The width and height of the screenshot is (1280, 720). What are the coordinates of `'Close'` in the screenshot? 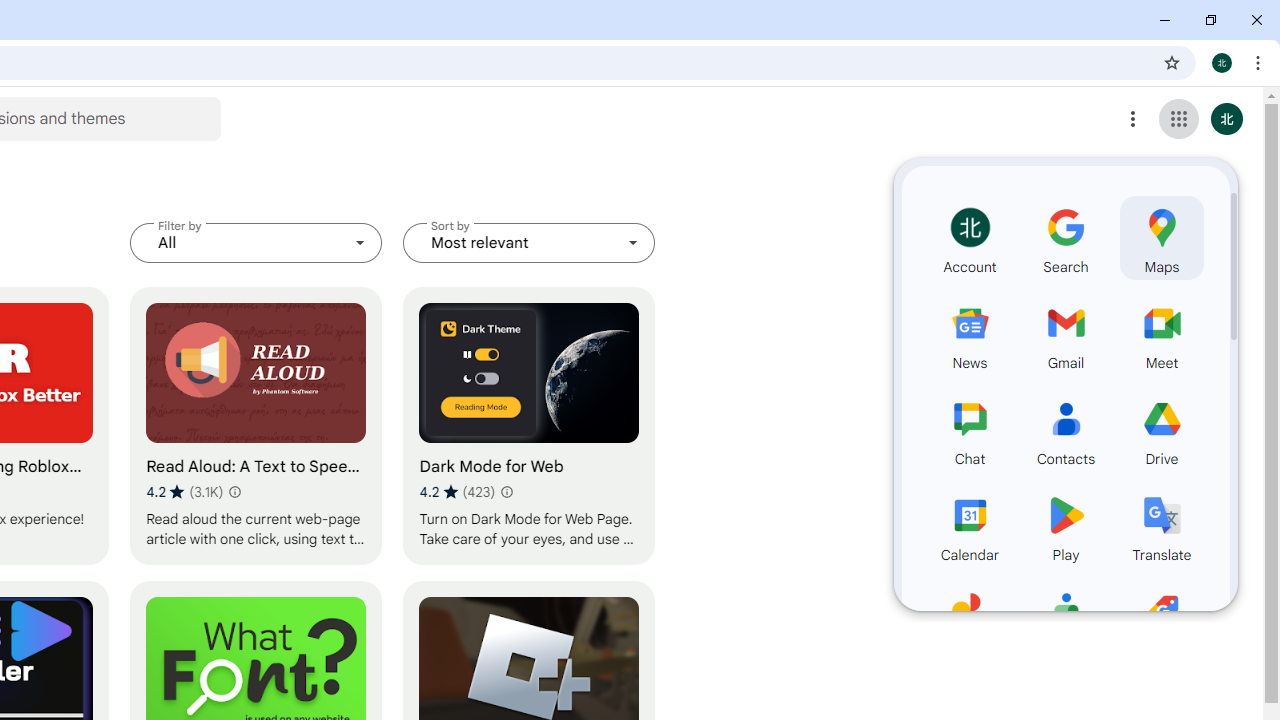 It's located at (1255, 20).